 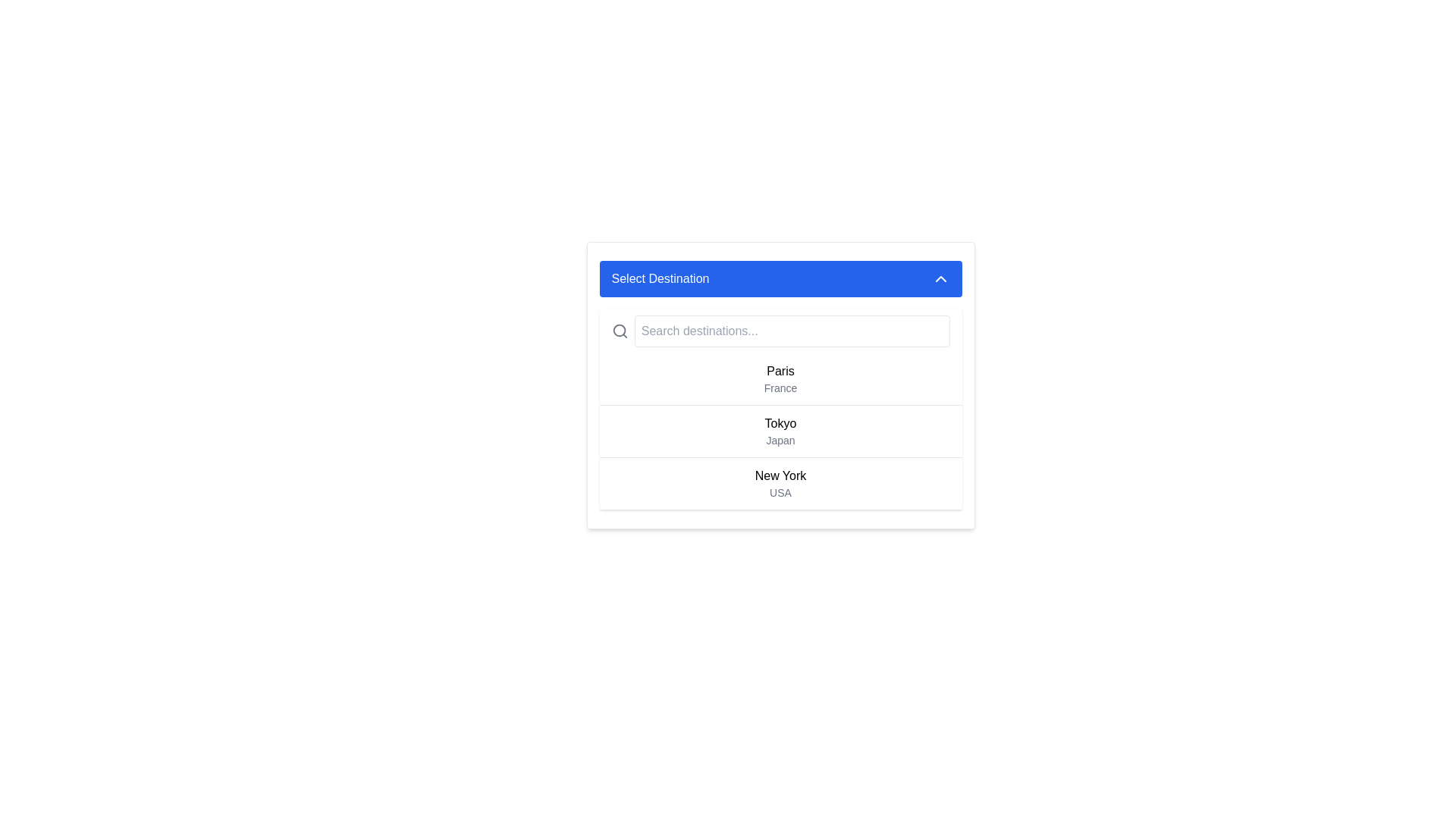 I want to click on the dropdown button at the top center of the interface, so click(x=780, y=278).